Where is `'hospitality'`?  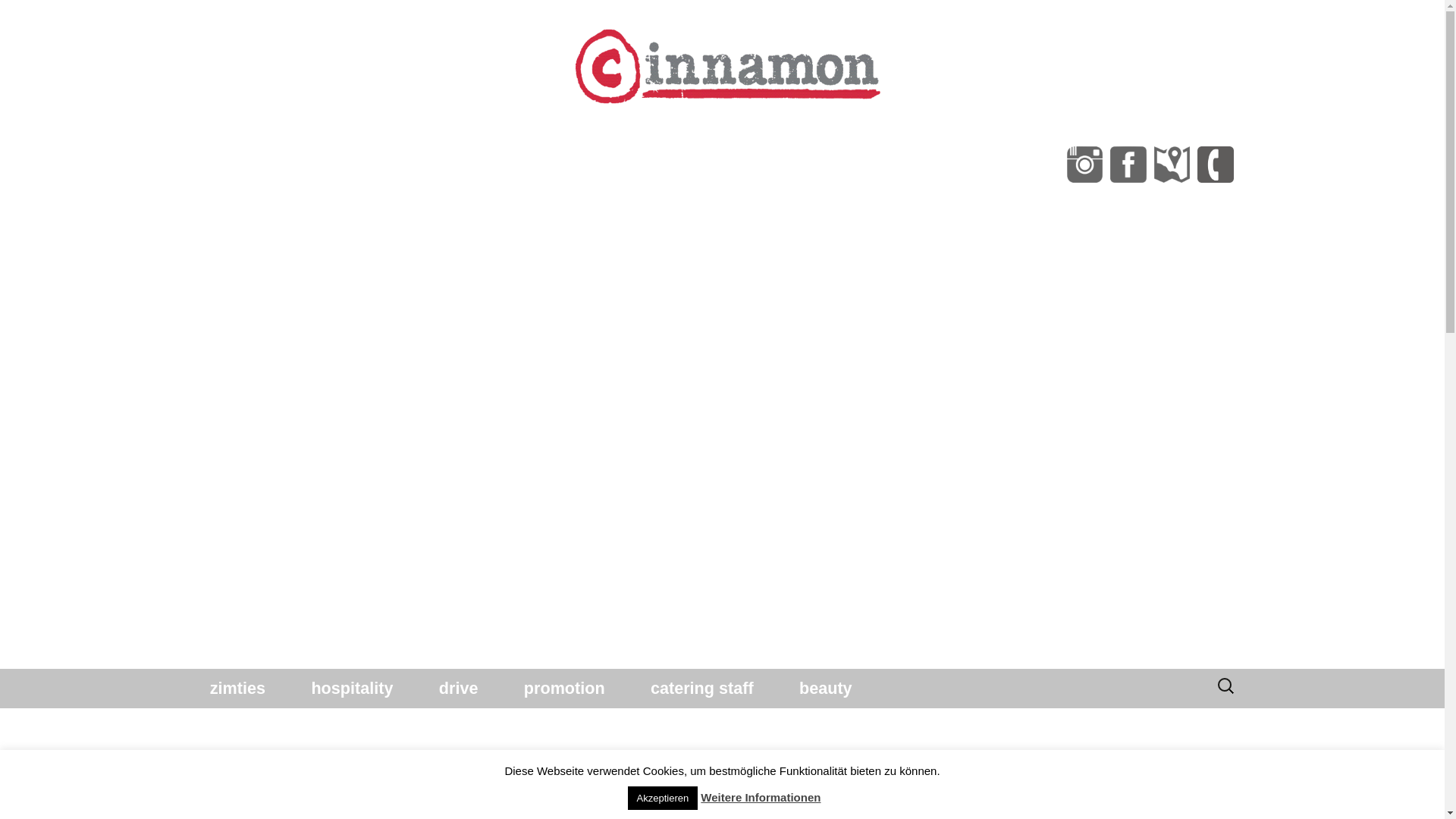 'hospitality' is located at coordinates (351, 688).